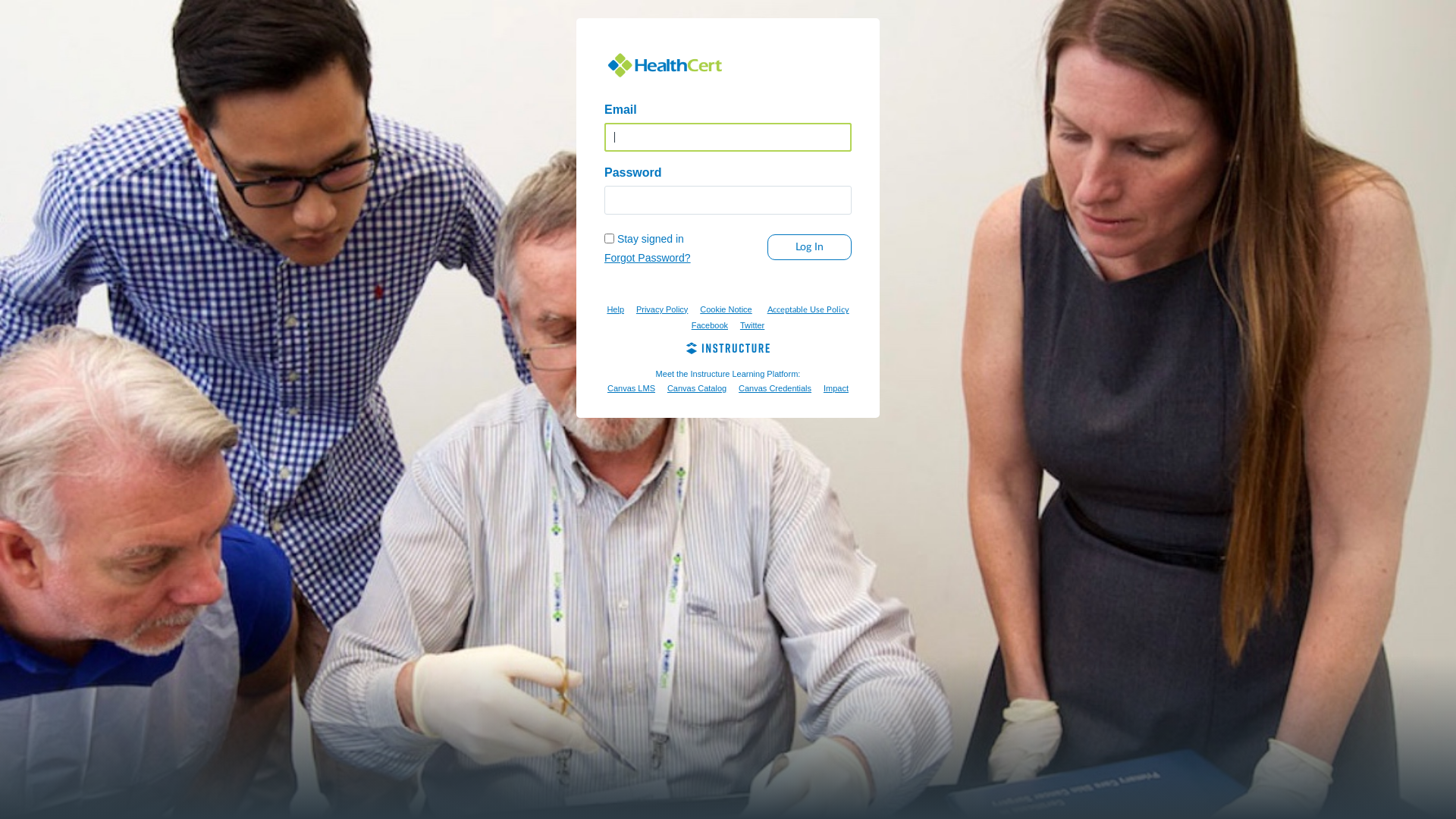 Image resolution: width=1456 pixels, height=819 pixels. I want to click on 'Acceptable Use Policy', so click(807, 309).